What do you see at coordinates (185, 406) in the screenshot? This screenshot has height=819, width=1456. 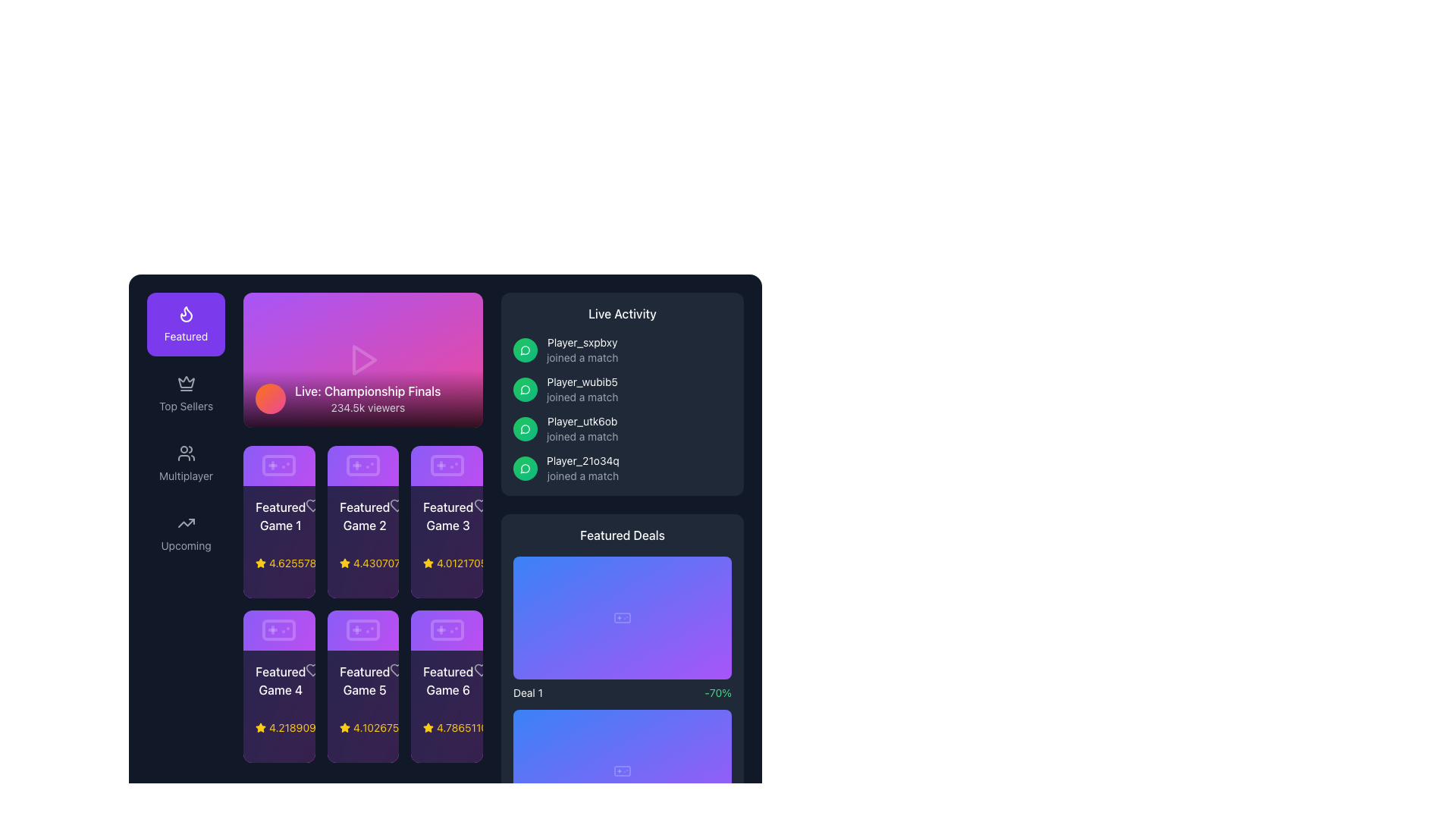 I see `the text label categorizing popular or bestselling items, which is located in the middle-left portion of the user interface, below the 'Featured' section and above the 'Multiplayer' section` at bounding box center [185, 406].